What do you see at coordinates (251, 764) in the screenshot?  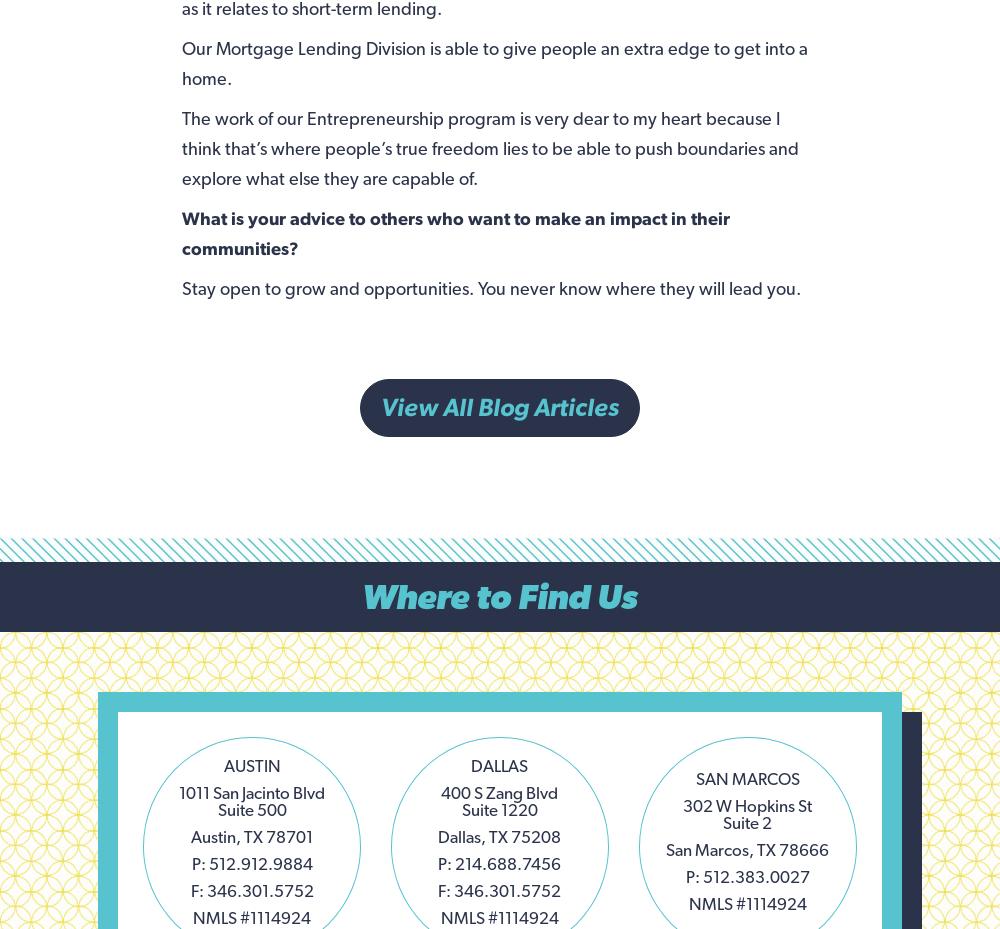 I see `'AUSTIN'` at bounding box center [251, 764].